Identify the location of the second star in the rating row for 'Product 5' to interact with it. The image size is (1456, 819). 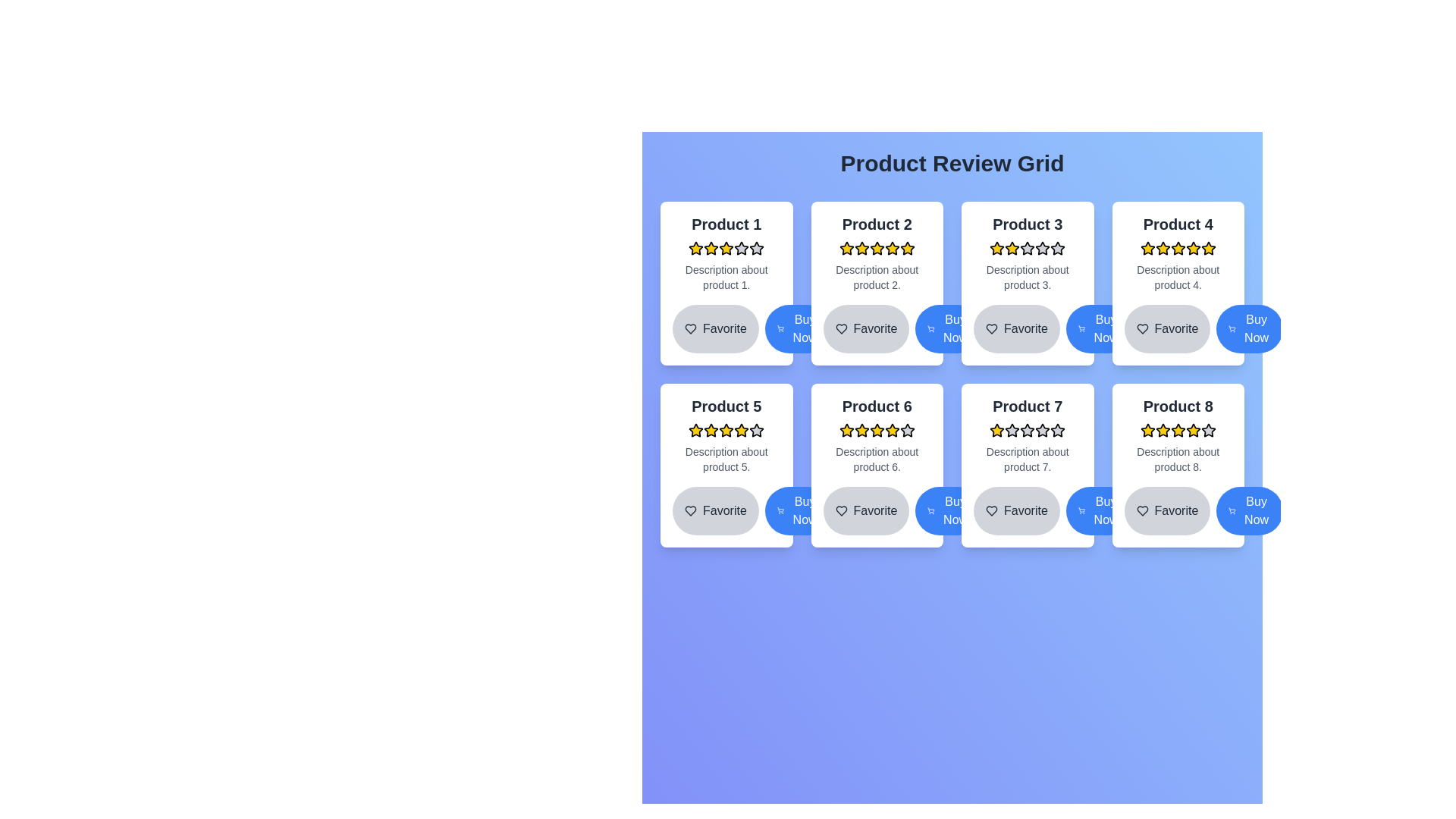
(711, 430).